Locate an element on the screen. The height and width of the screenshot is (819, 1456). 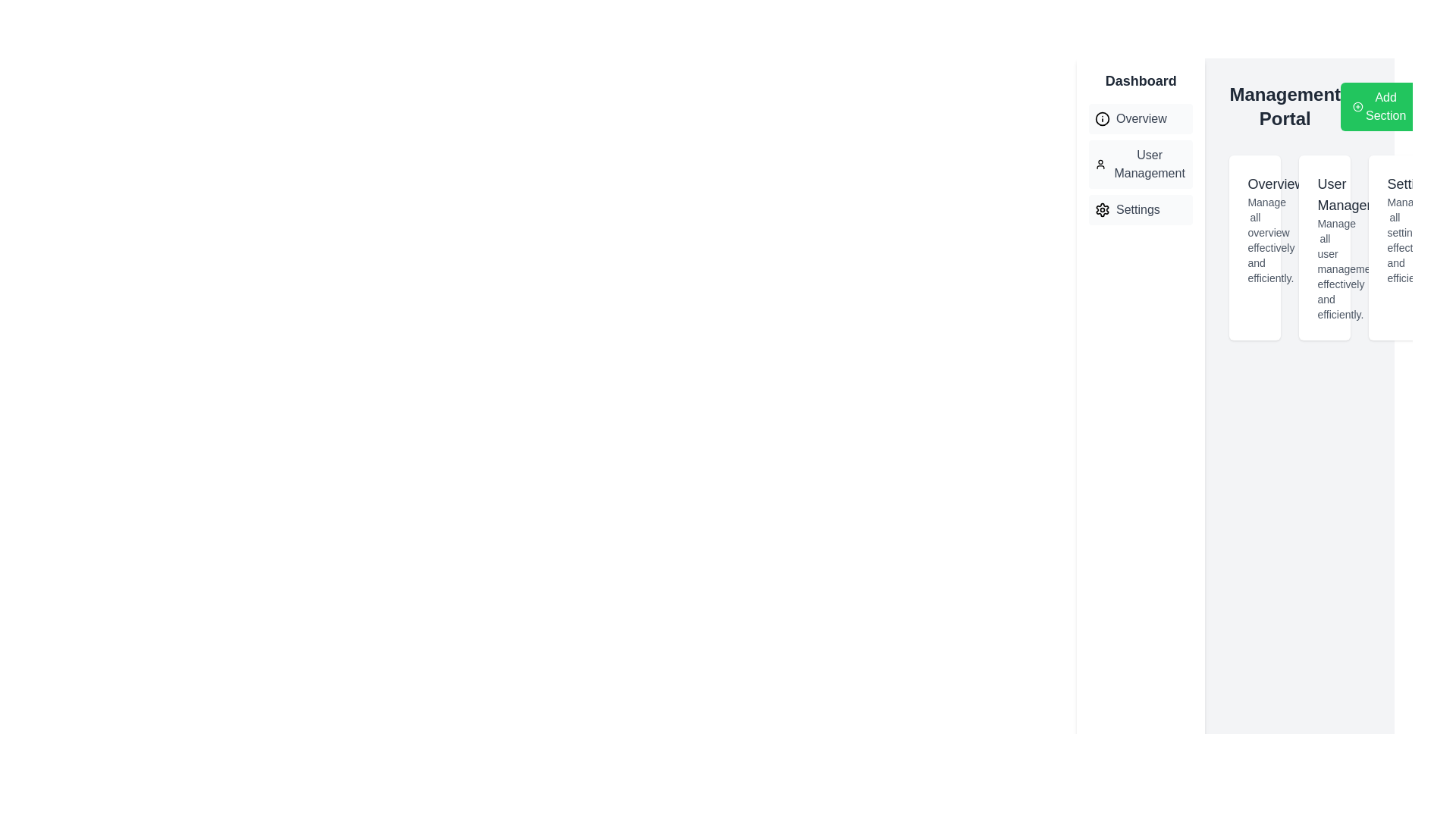
the text label displaying 'Manage all settings effectively and efficiently.' located under the 'Settings' heading within the card layout is located at coordinates (1395, 239).